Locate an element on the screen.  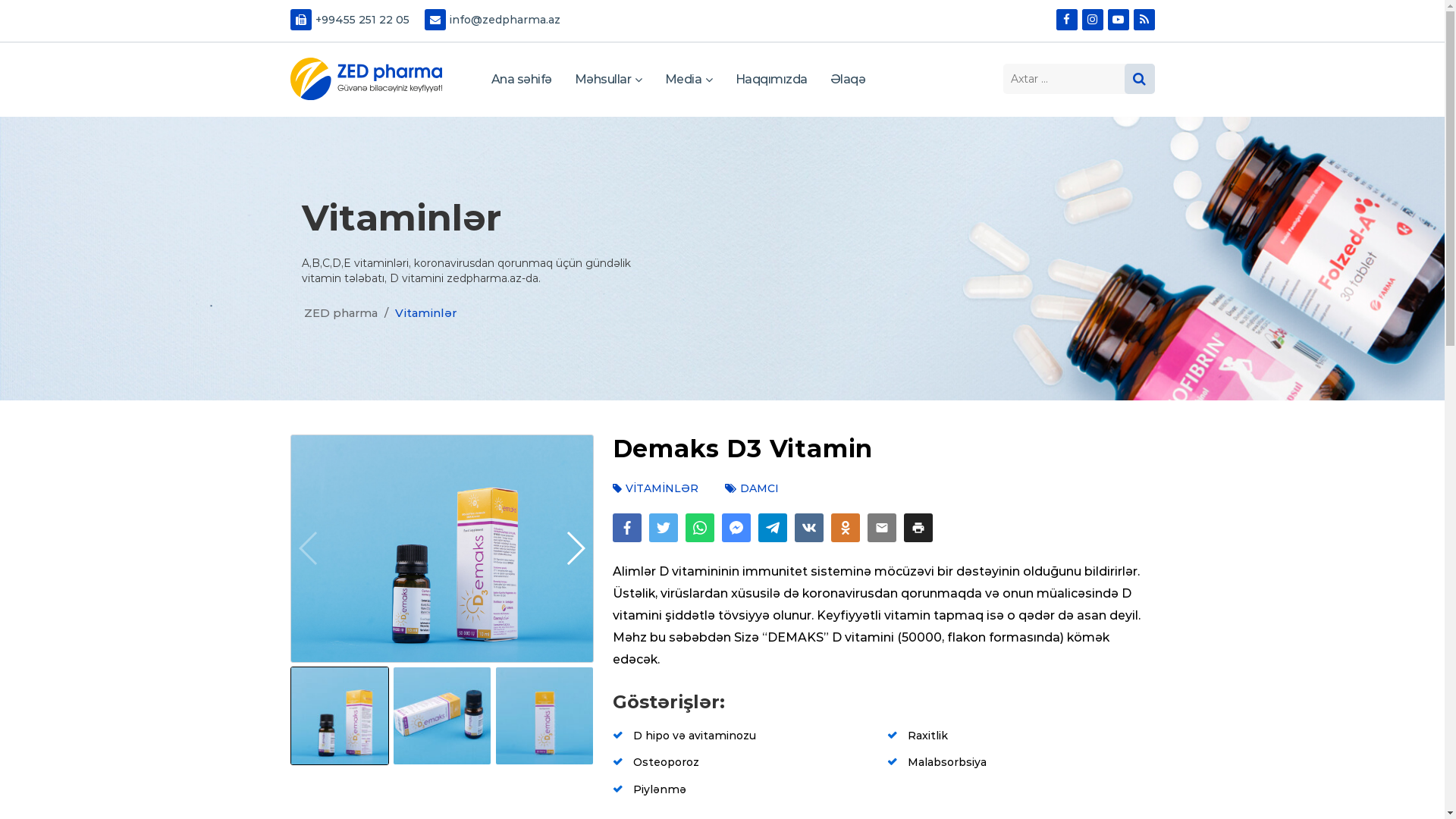
'+99455 251 22 05' is located at coordinates (282, 20).